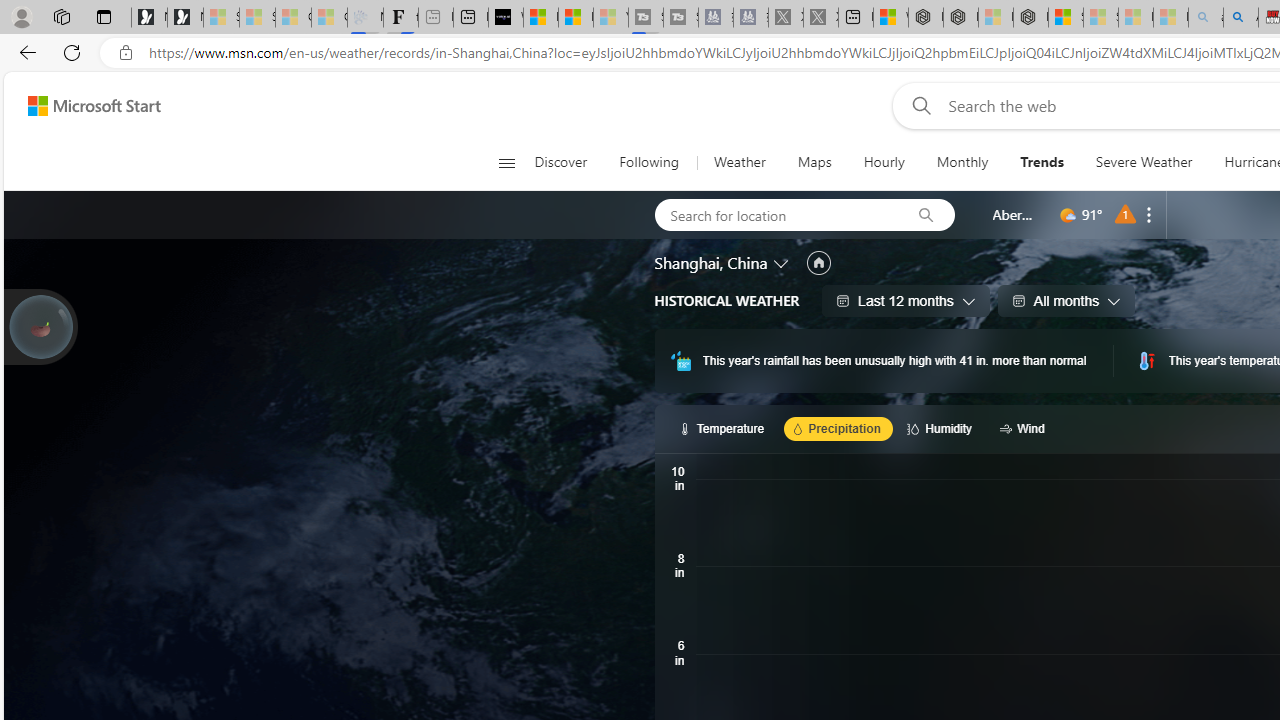 The width and height of the screenshot is (1280, 720). I want to click on 'Shanghai, China', so click(711, 262).